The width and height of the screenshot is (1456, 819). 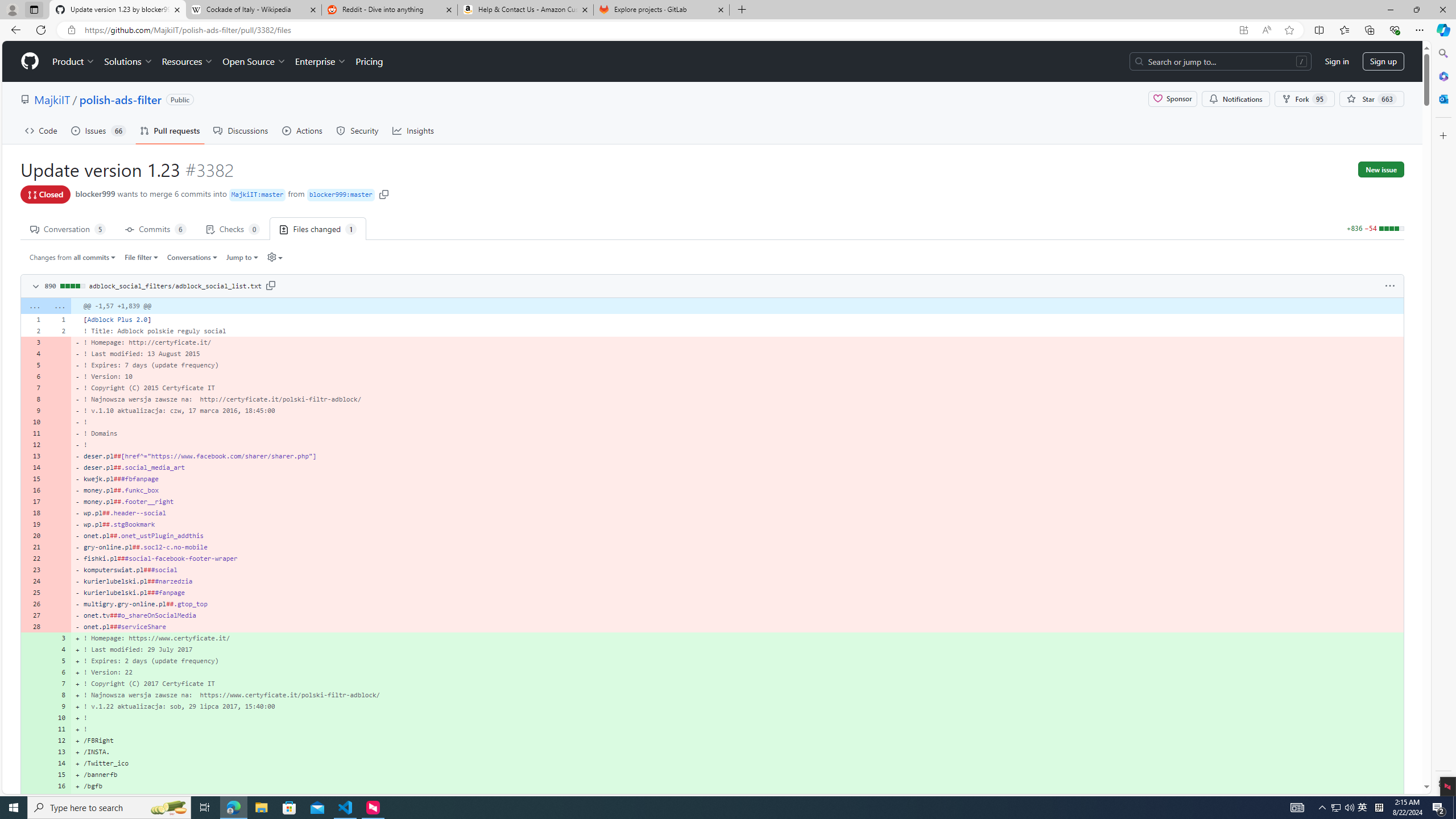 I want to click on 'Fork 95', so click(x=1304, y=98).